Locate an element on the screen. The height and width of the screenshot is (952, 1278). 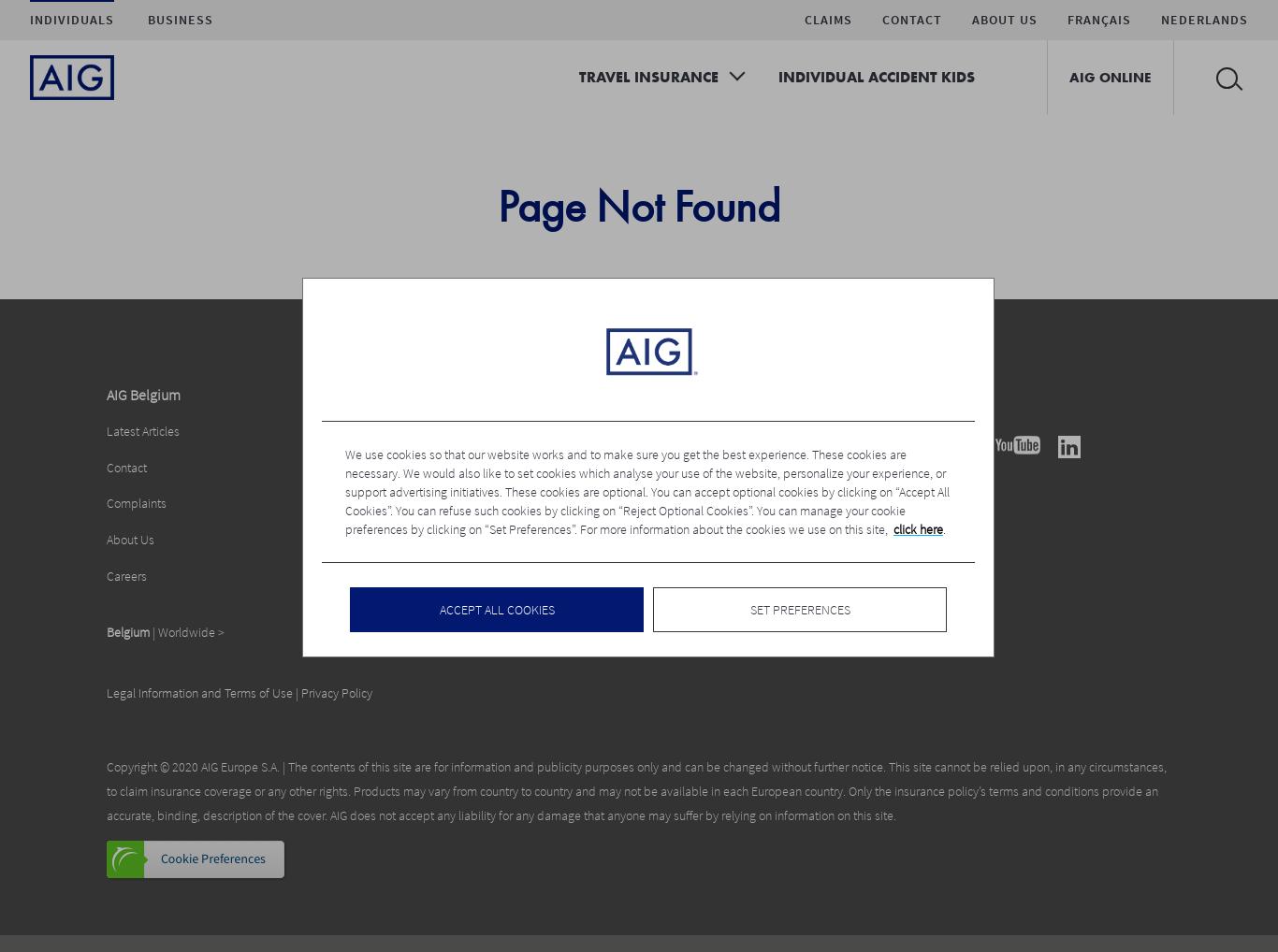
'MiFid Policy (BE)' is located at coordinates (682, 467).